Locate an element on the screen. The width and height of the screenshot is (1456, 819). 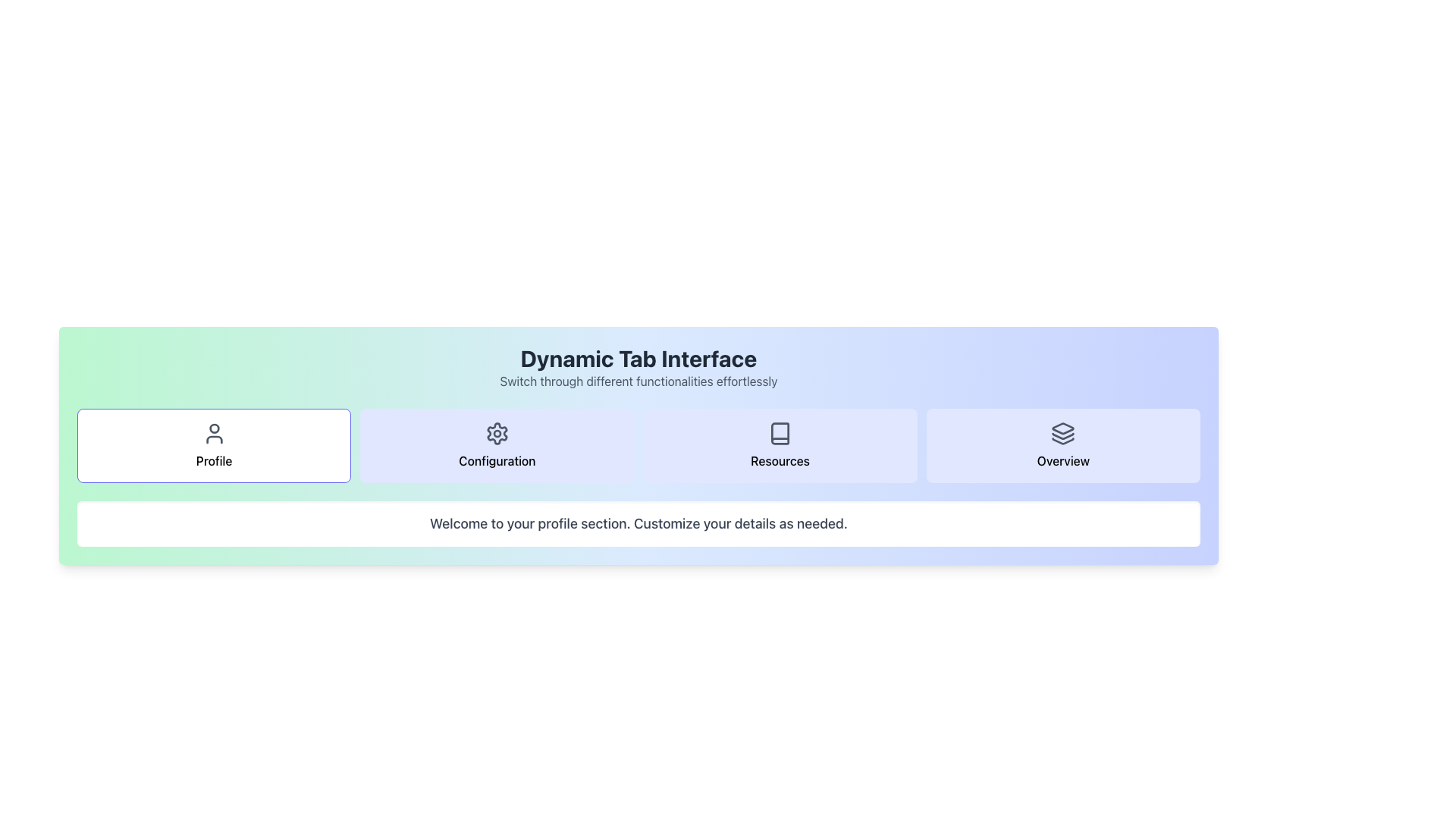
the middle layer of the layered icon represented as a horizontal gray line within the 'Overview' tab is located at coordinates (1062, 436).